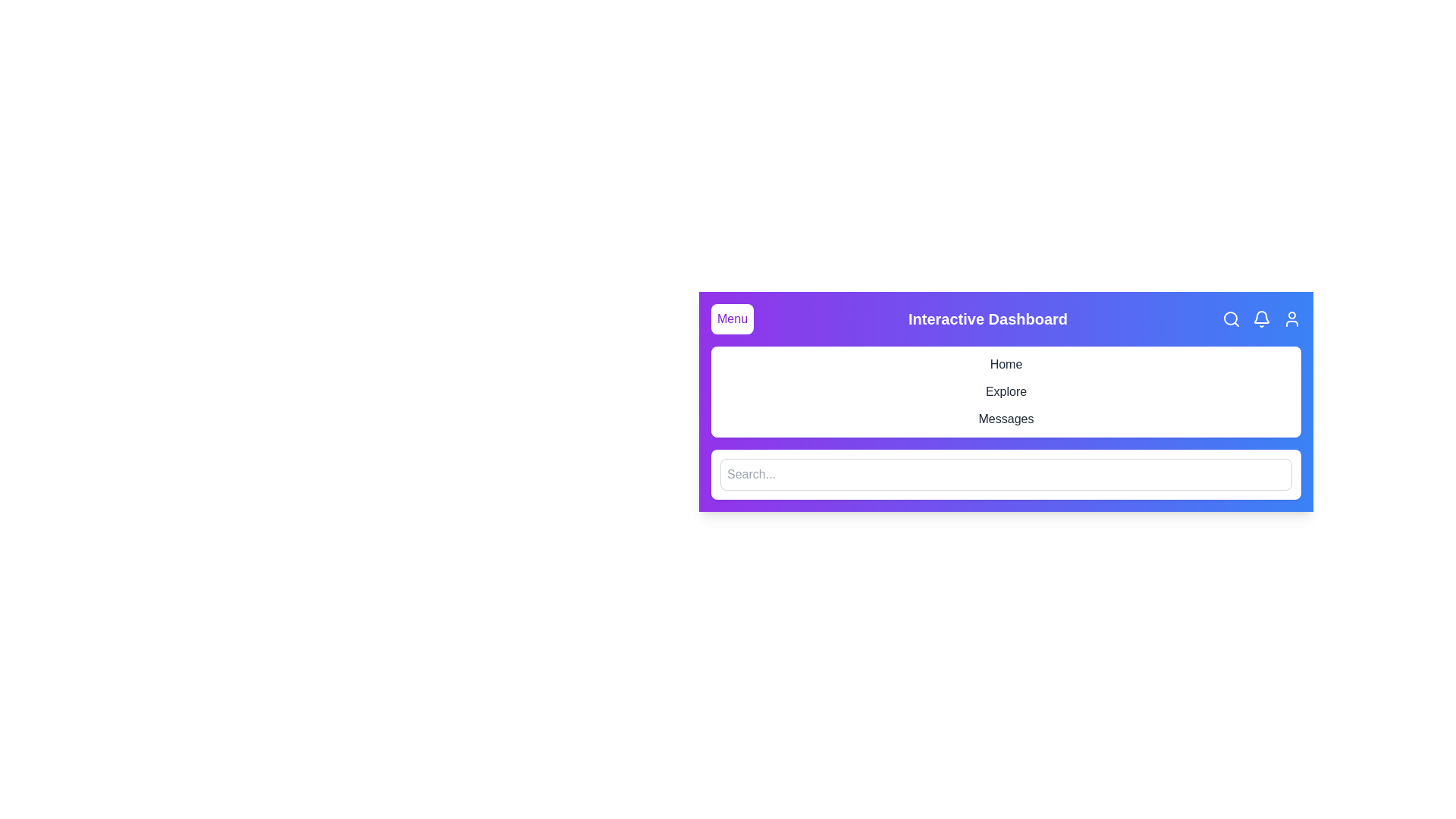 The width and height of the screenshot is (1456, 819). I want to click on the search icon to toggle the visibility of the search bar, so click(1231, 318).